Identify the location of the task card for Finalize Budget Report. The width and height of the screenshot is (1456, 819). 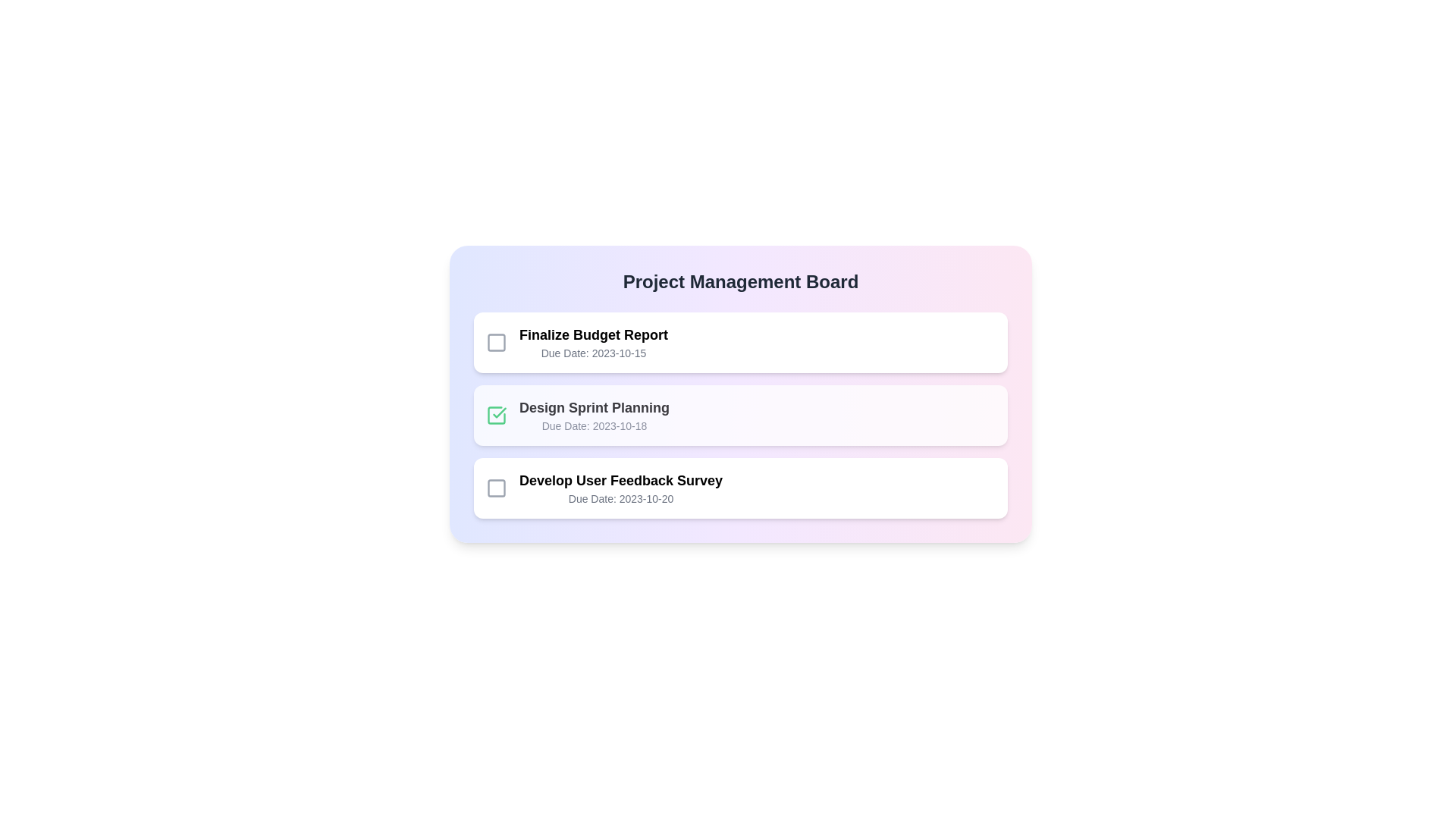
(741, 342).